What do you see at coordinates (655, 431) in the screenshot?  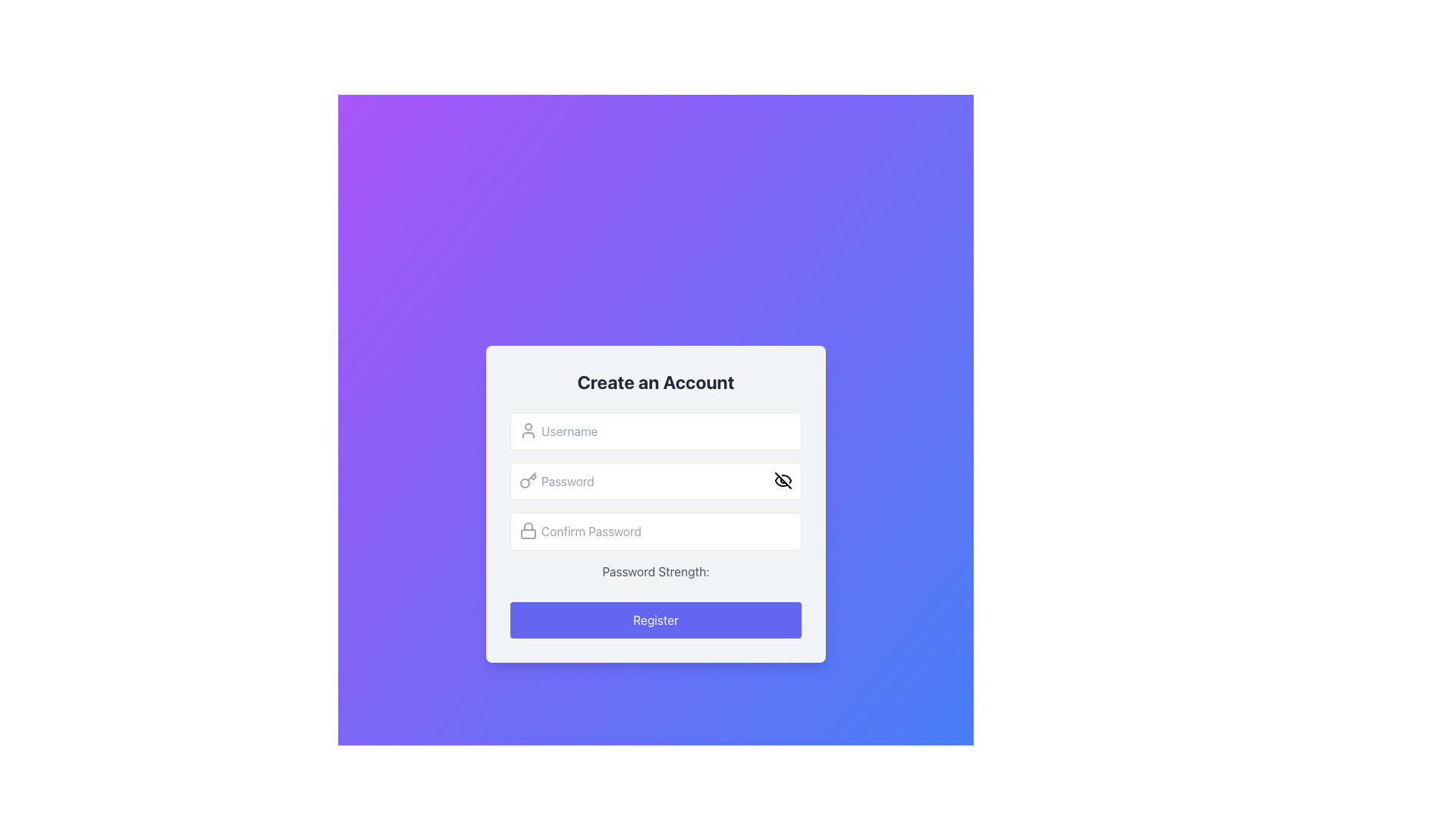 I see `the text input field for 'Username' located at the top of the registration form by clicking on it` at bounding box center [655, 431].